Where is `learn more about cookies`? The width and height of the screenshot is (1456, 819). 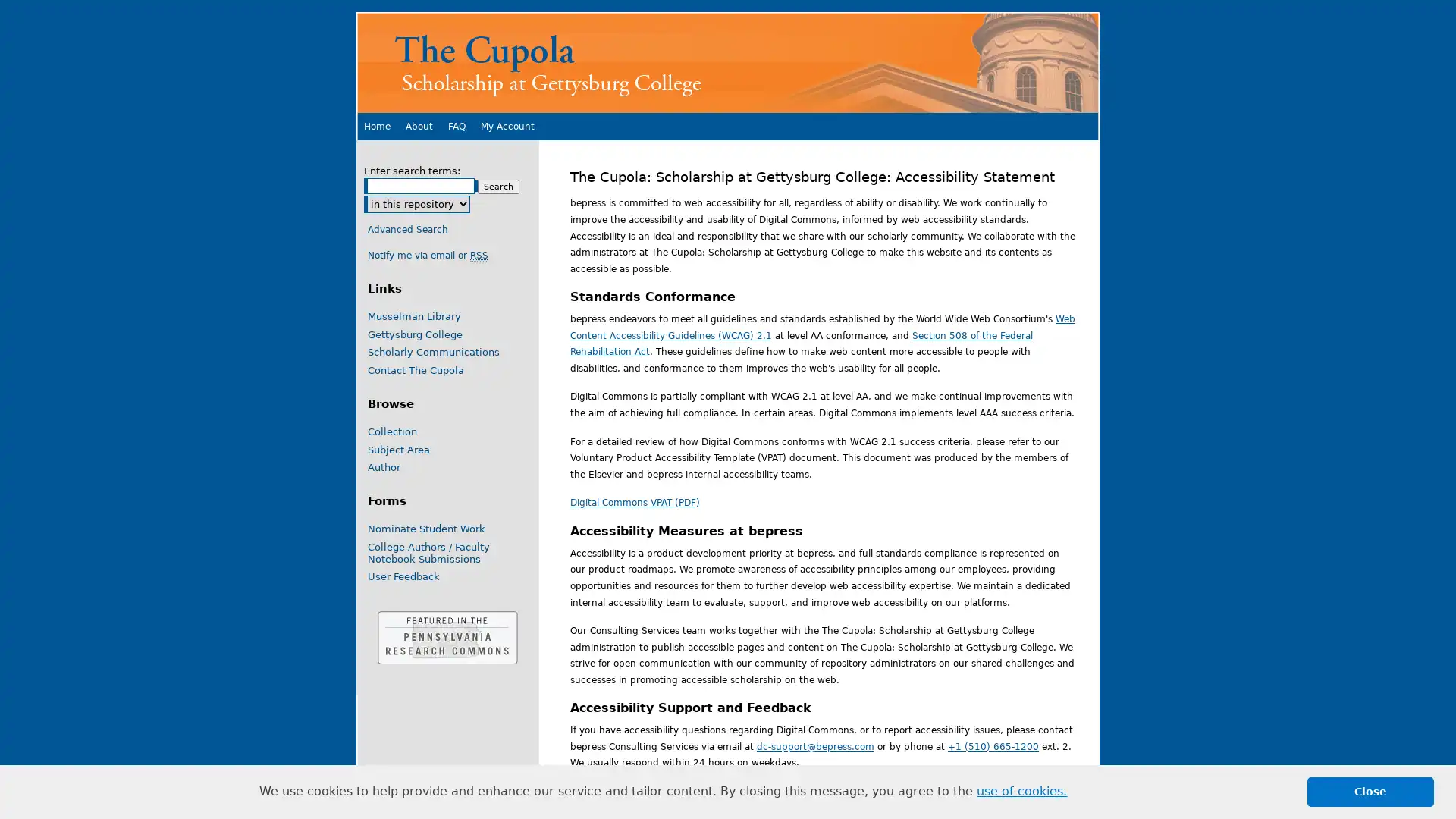 learn more about cookies is located at coordinates (1021, 791).